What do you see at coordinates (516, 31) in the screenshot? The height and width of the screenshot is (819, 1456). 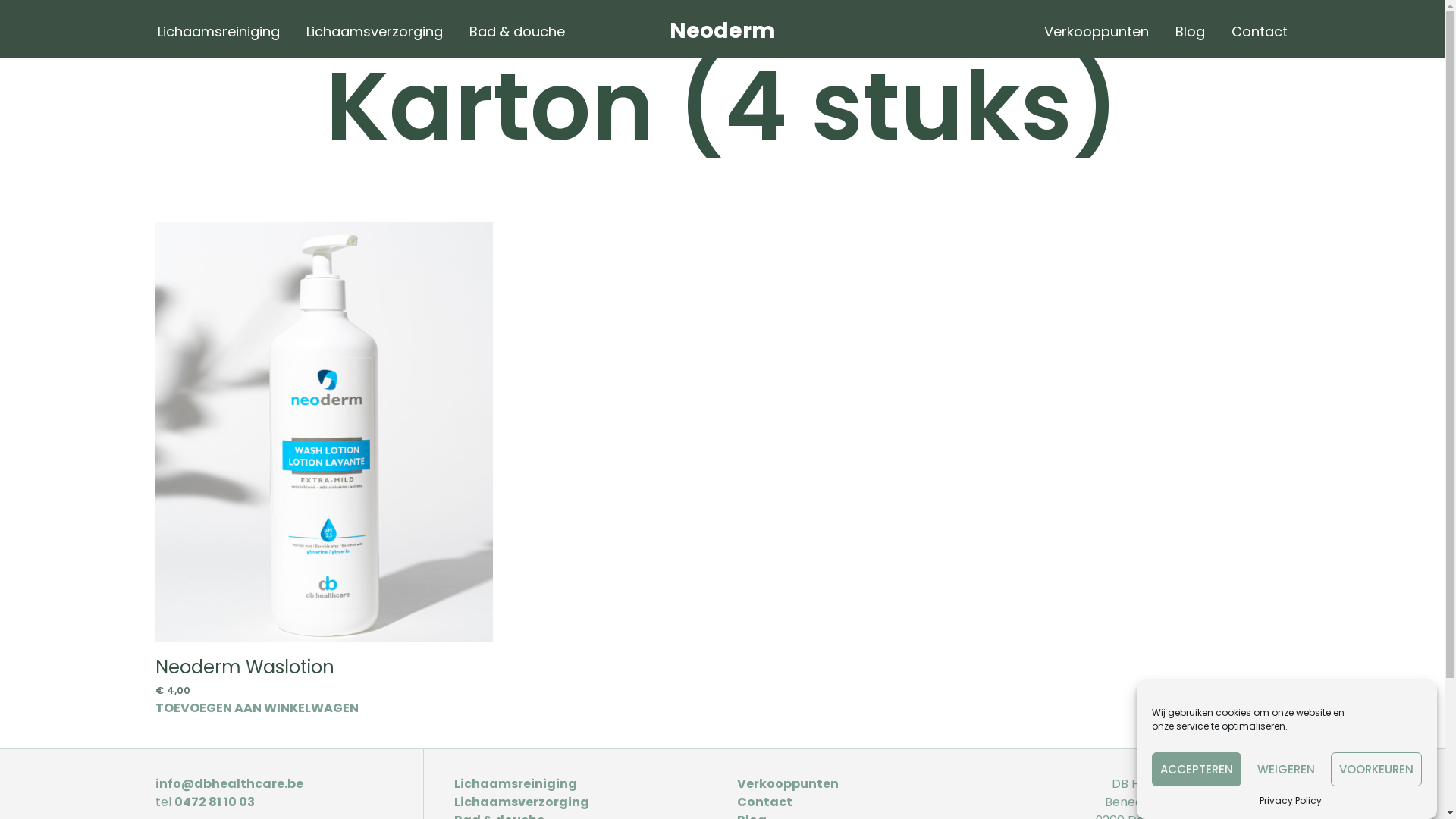 I see `'Bad & douche'` at bounding box center [516, 31].